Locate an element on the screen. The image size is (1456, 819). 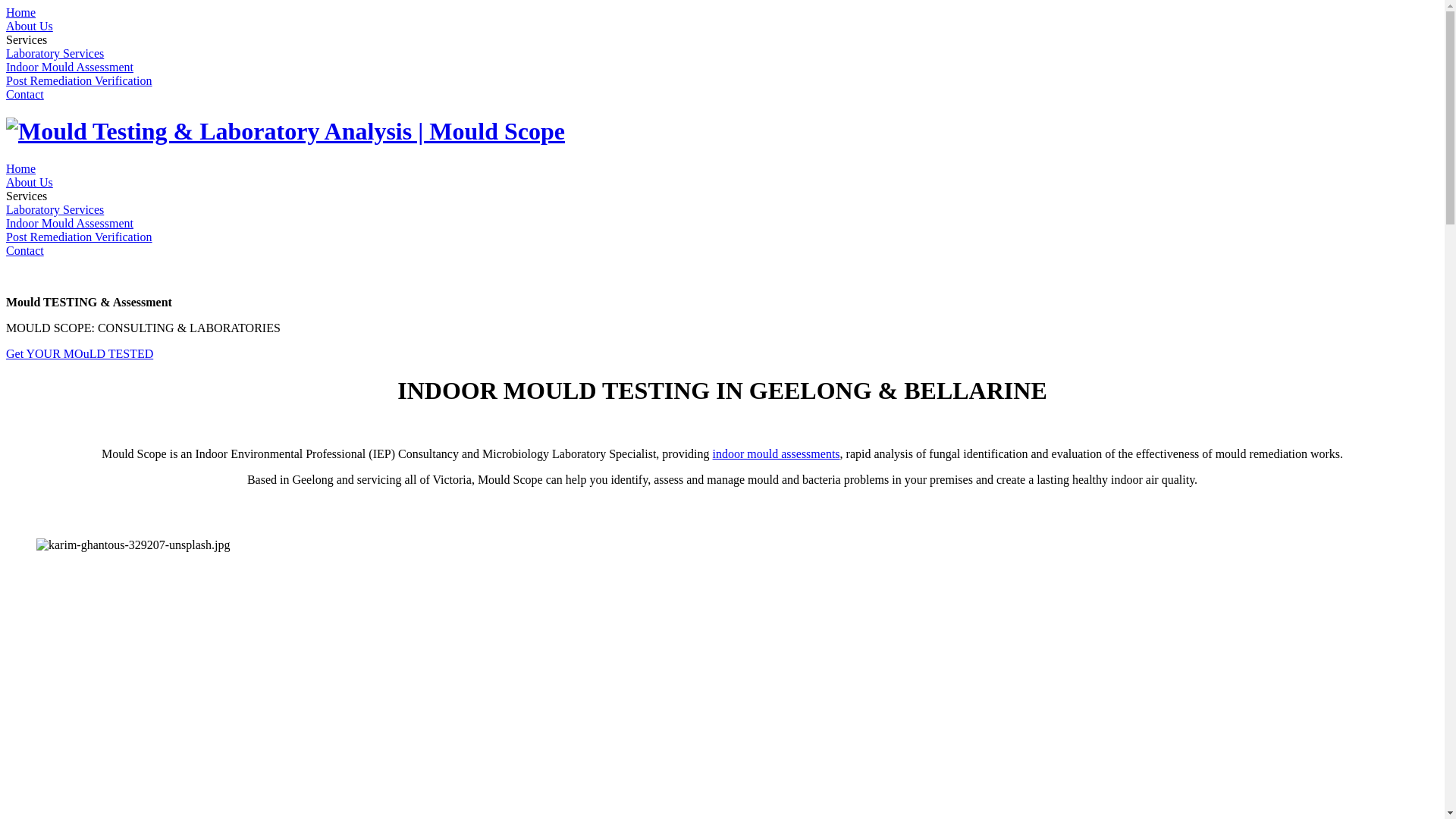
'Home' is located at coordinates (20, 12).